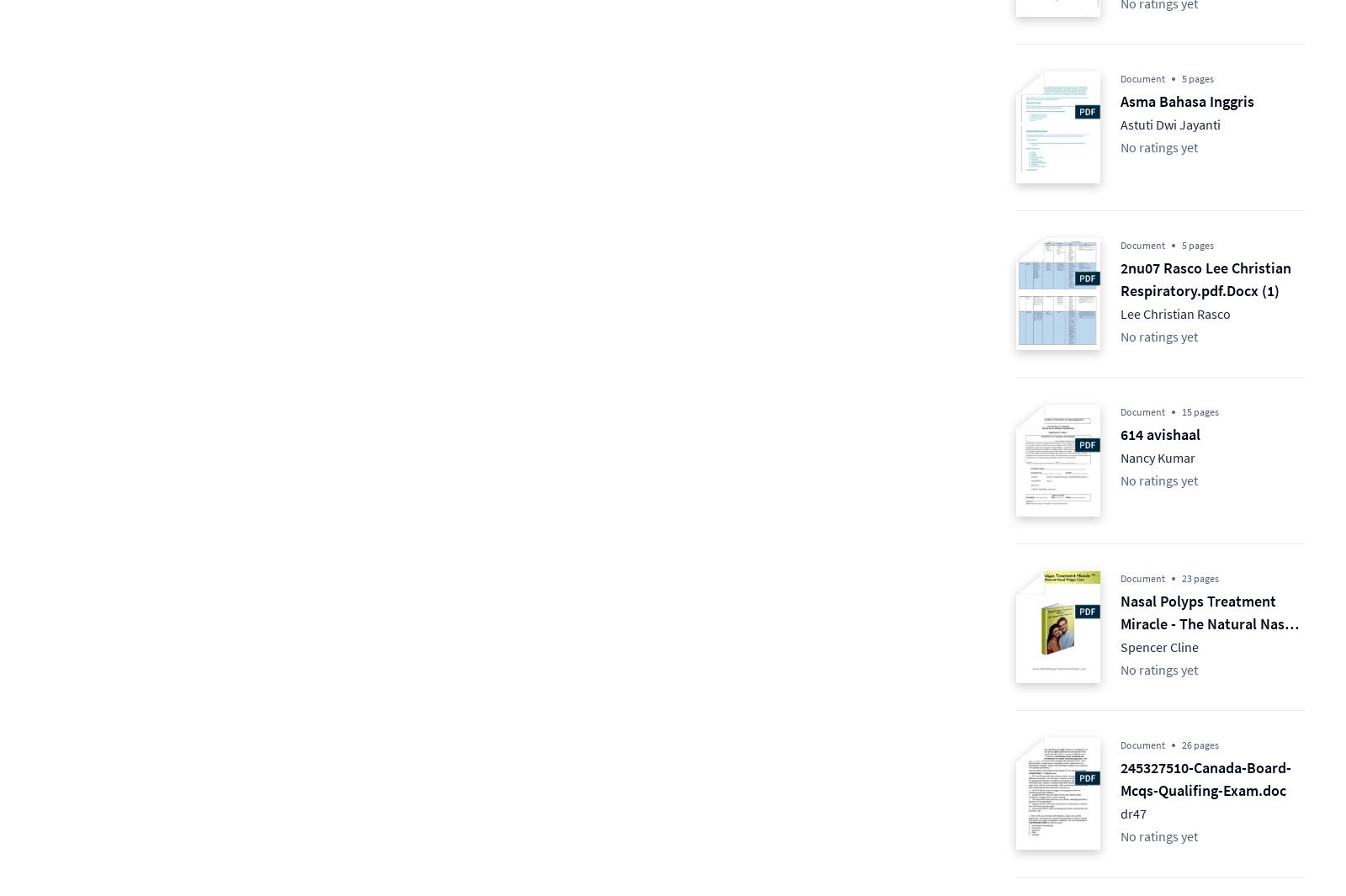  I want to click on 'Nasal Polyps Treatment Miracle - The Natural Nasal Polyps Cure', so click(1208, 623).